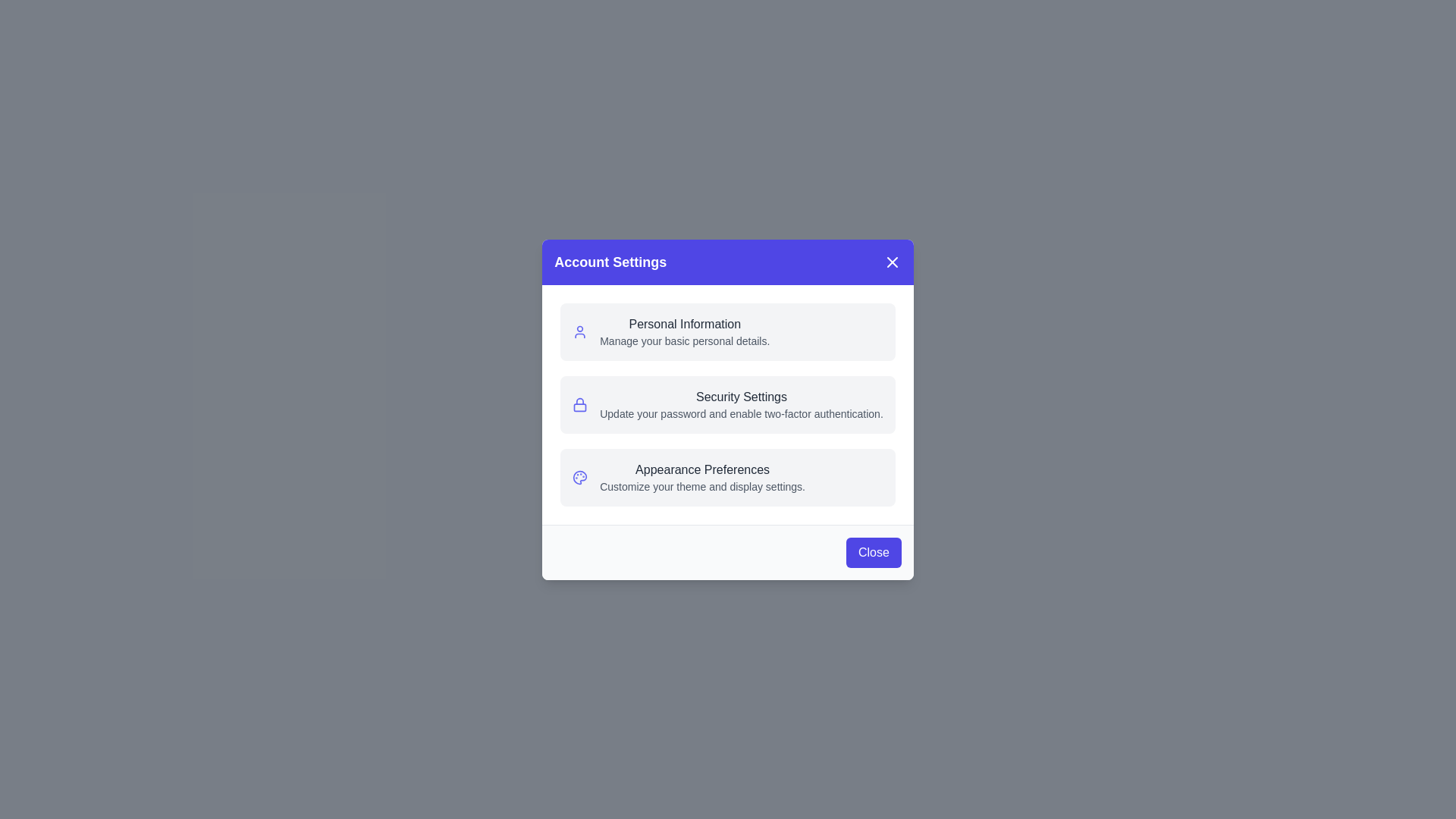  Describe the element at coordinates (892, 261) in the screenshot. I see `the close button represented by a white 'X' icon in a circle, located in the top-right corner of the blue header bar of the 'Account Settings' modal for keyboard navigation` at that location.